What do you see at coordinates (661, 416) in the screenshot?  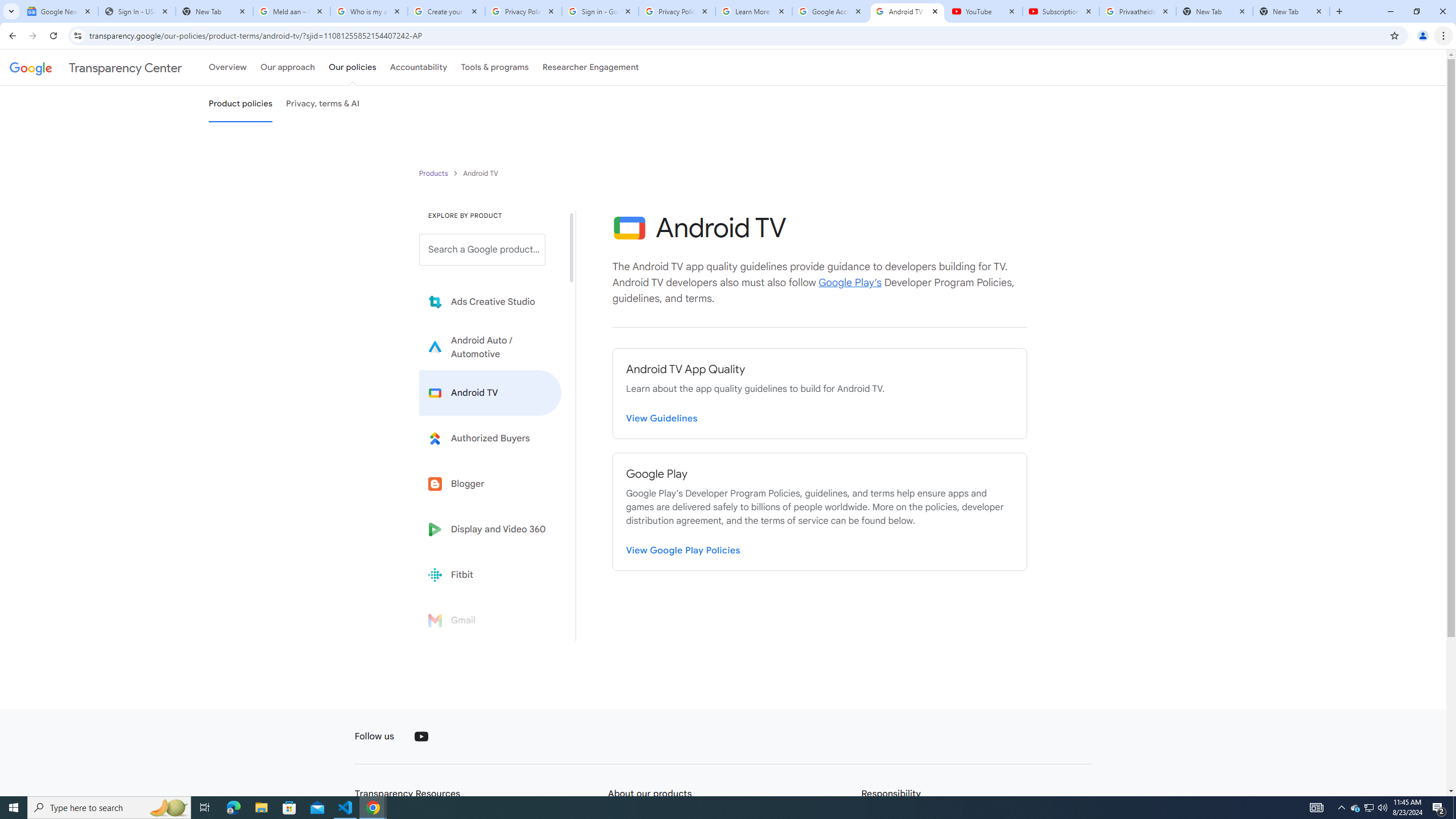 I see `'View Guidelines'` at bounding box center [661, 416].